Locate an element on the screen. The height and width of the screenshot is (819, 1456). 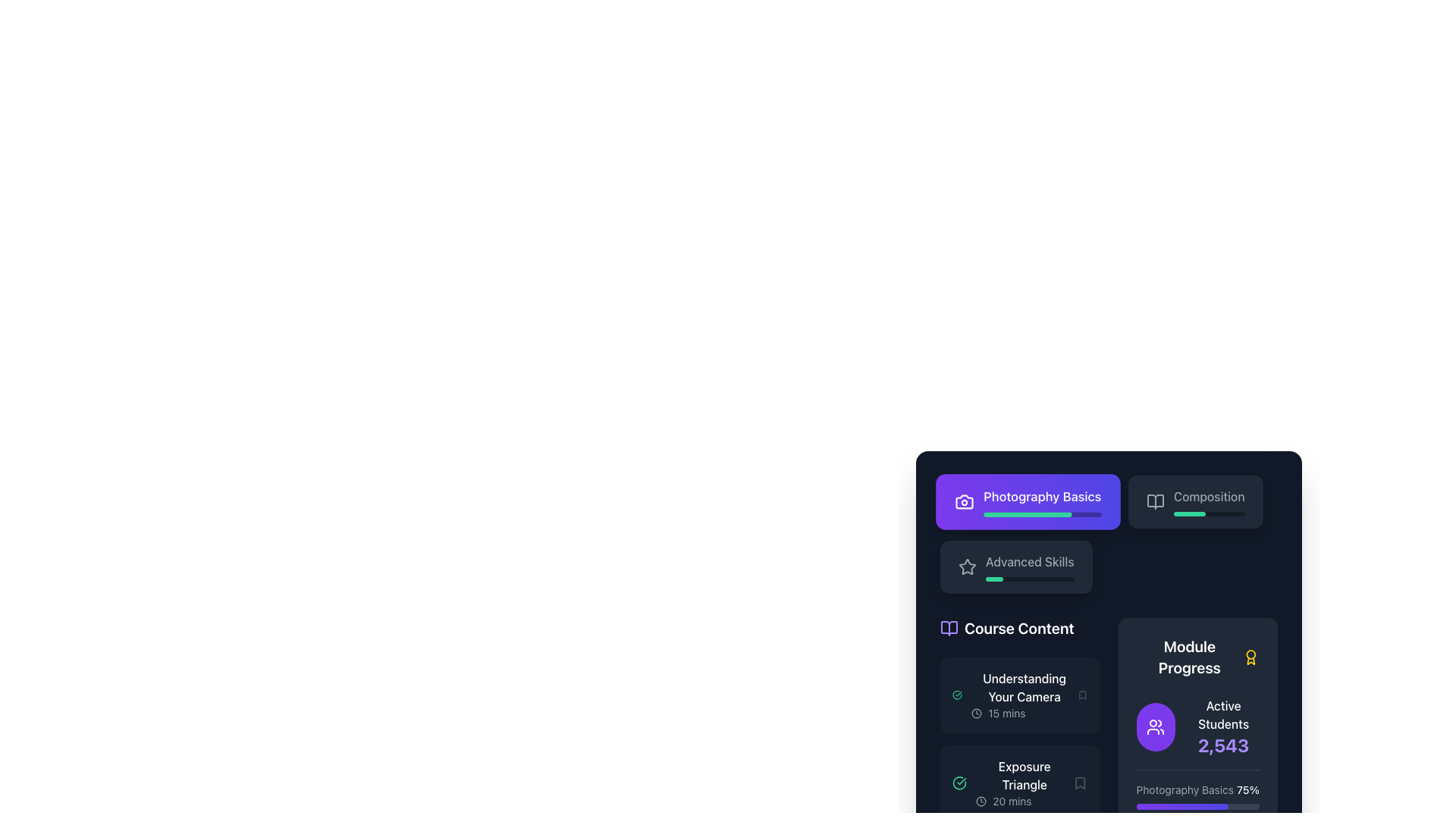
the Interactive button or tab for 'Composition' located in the upper center of the interface, immediately following 'Photography Basics.' is located at coordinates (1194, 502).